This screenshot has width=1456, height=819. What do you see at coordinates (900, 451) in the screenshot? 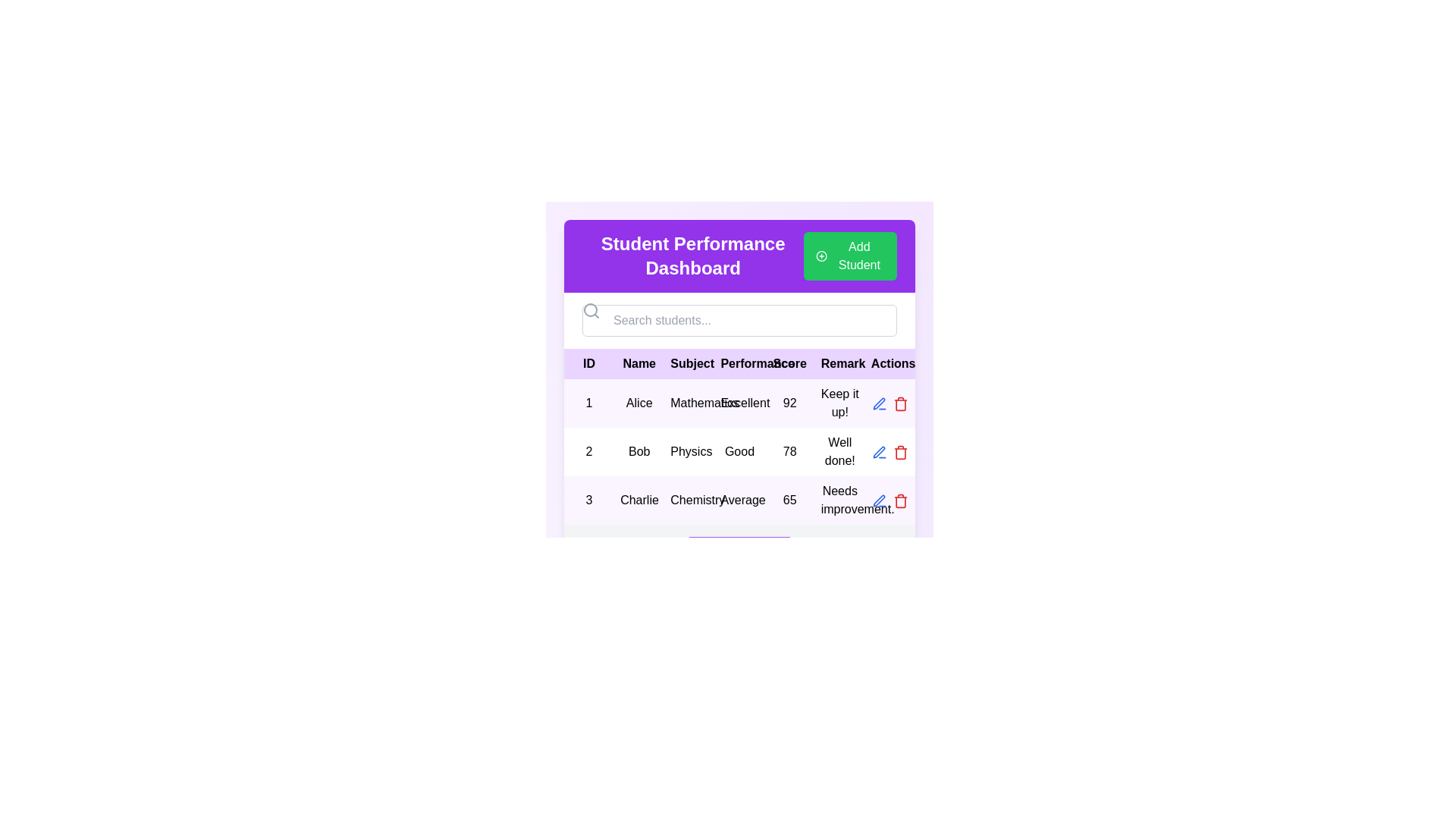
I see `the delete action button, which is represented by a trash can icon located in the 'Actions' column of the second row of the table` at bounding box center [900, 451].